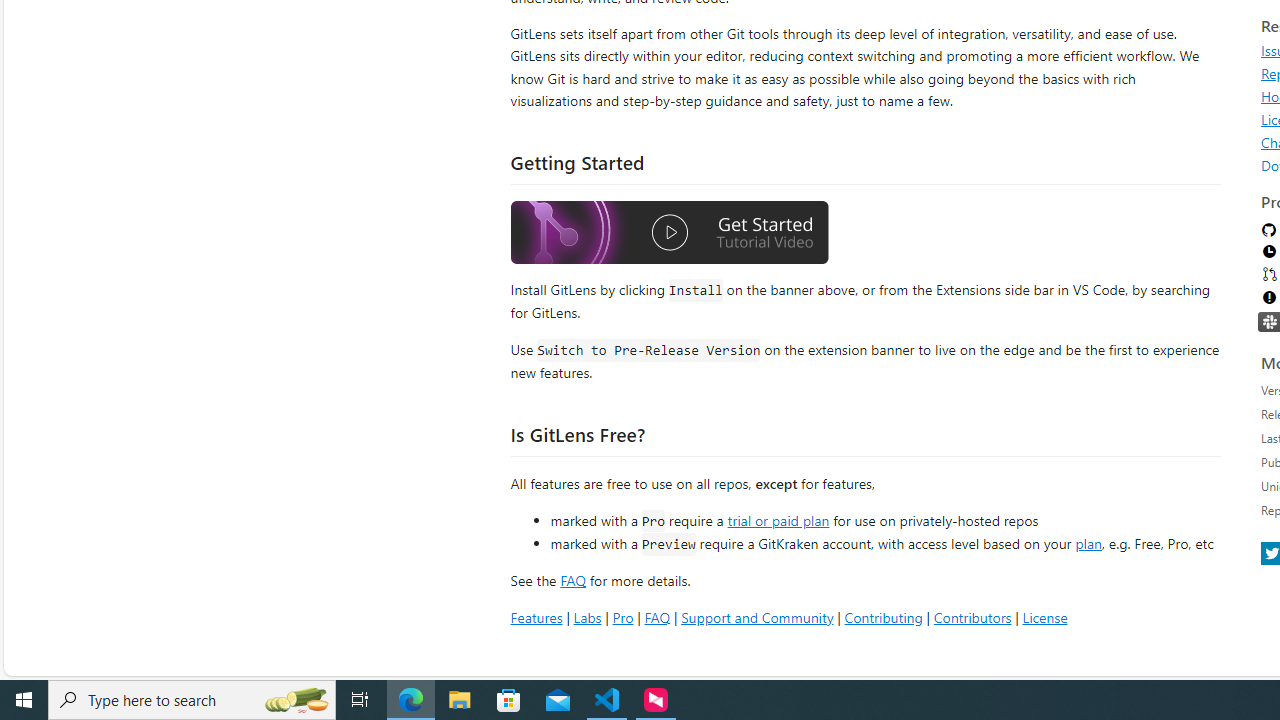 The image size is (1280, 720). What do you see at coordinates (669, 232) in the screenshot?
I see `'Watch the GitLens Getting Started video'` at bounding box center [669, 232].